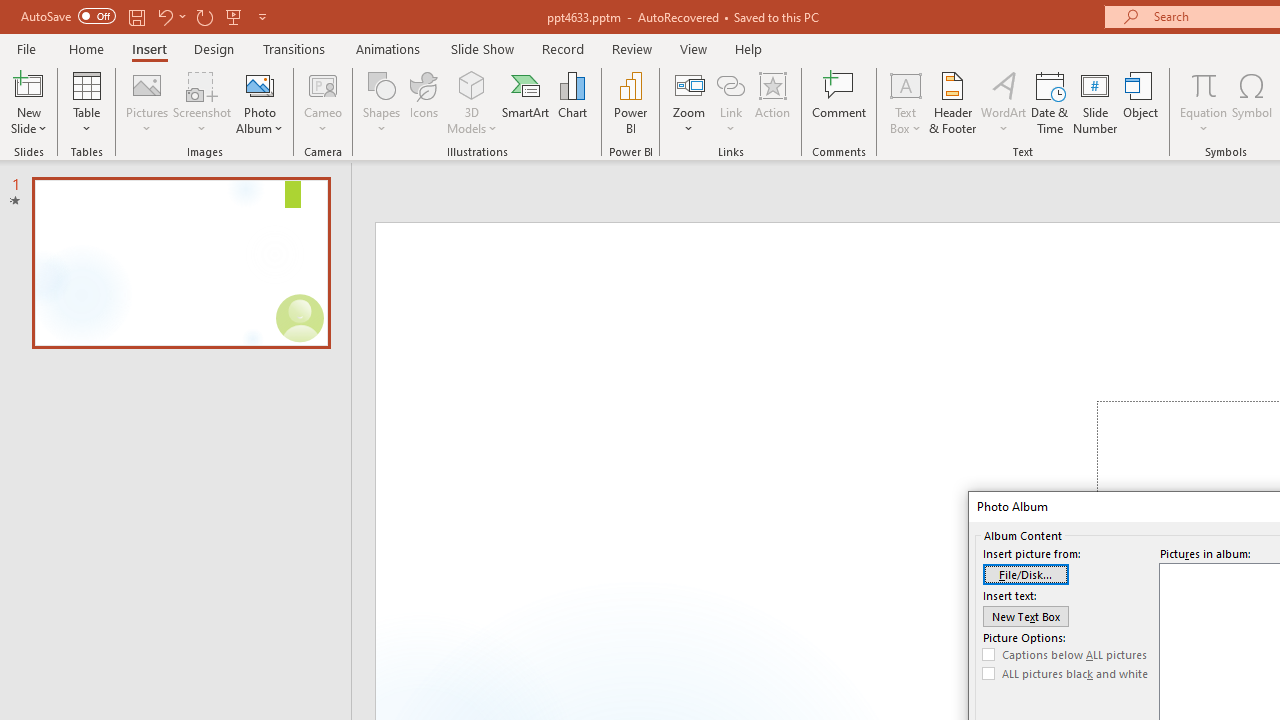  What do you see at coordinates (1202, 103) in the screenshot?
I see `'Equation'` at bounding box center [1202, 103].